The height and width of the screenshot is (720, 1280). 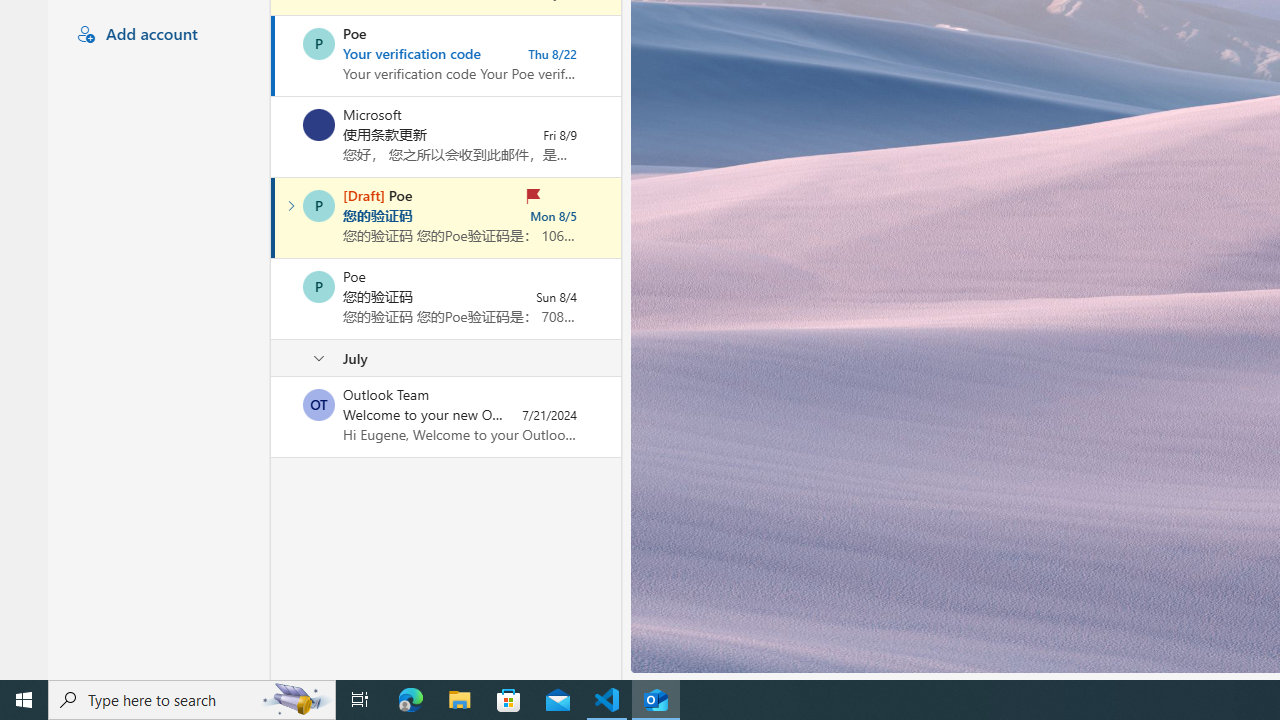 What do you see at coordinates (155, 35) in the screenshot?
I see `'Add account'` at bounding box center [155, 35].